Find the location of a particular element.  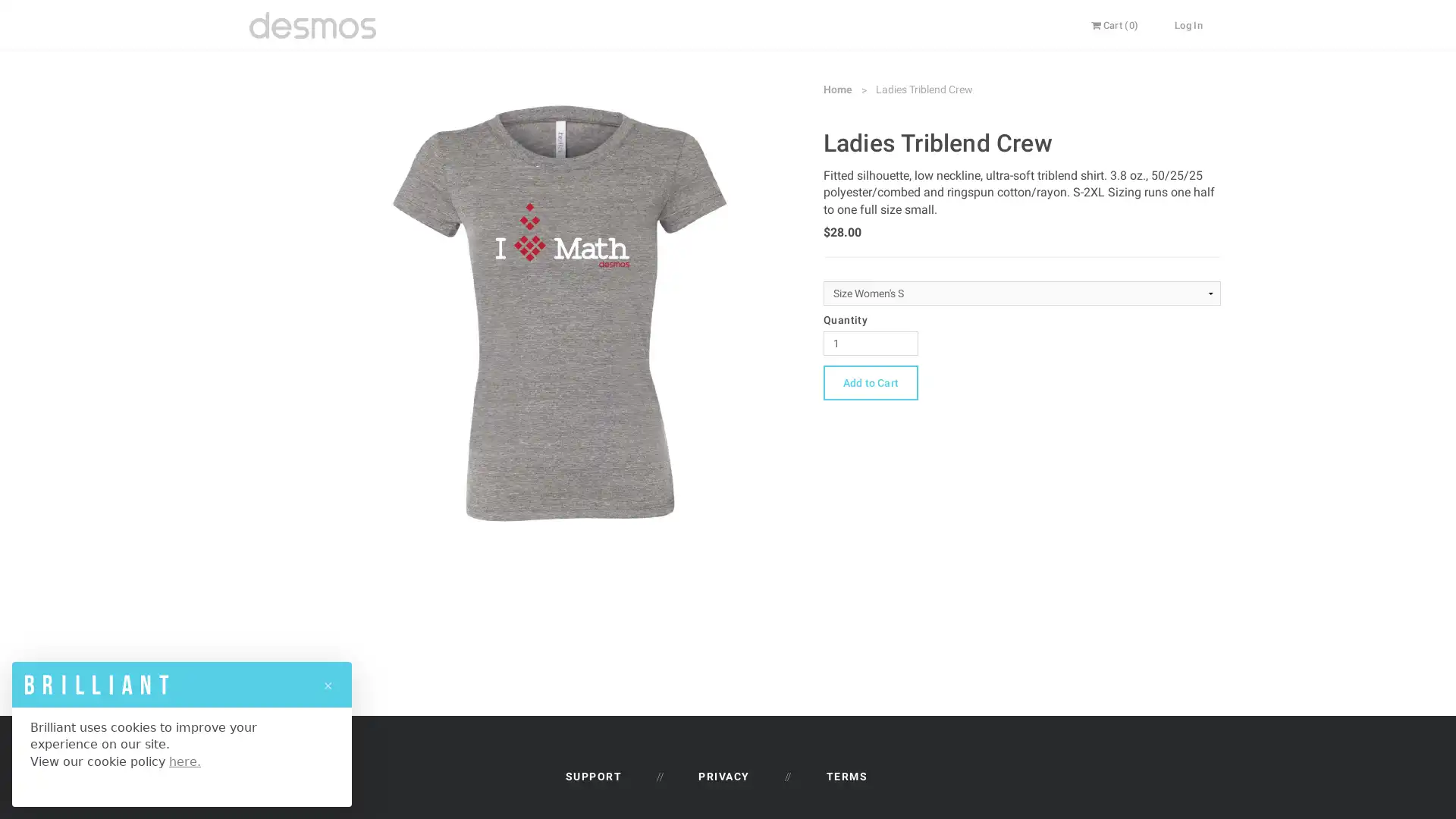

Add to Cart is located at coordinates (870, 381).